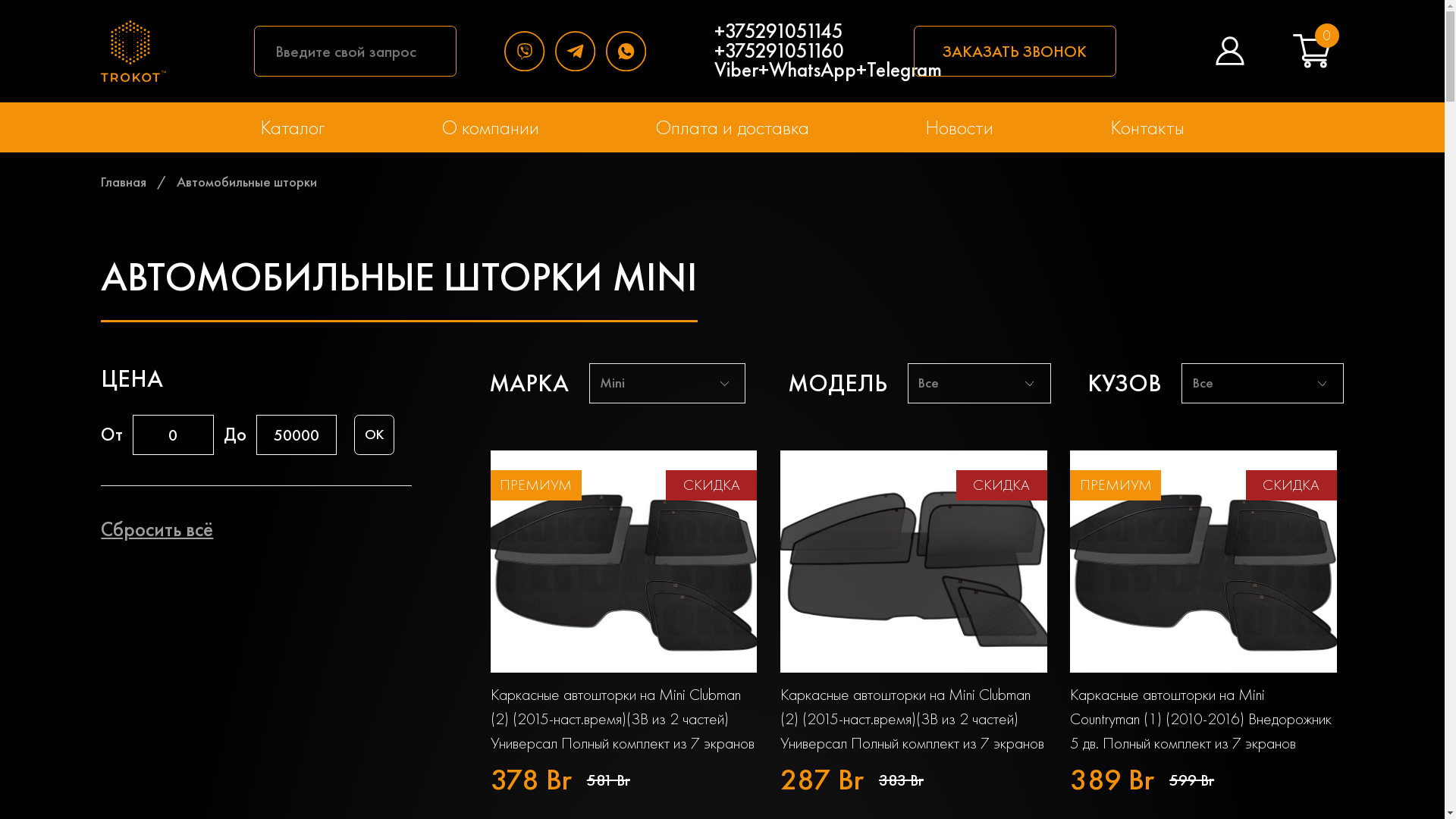 This screenshot has width=1456, height=819. What do you see at coordinates (631, 50) in the screenshot?
I see `'WhatsApp'` at bounding box center [631, 50].